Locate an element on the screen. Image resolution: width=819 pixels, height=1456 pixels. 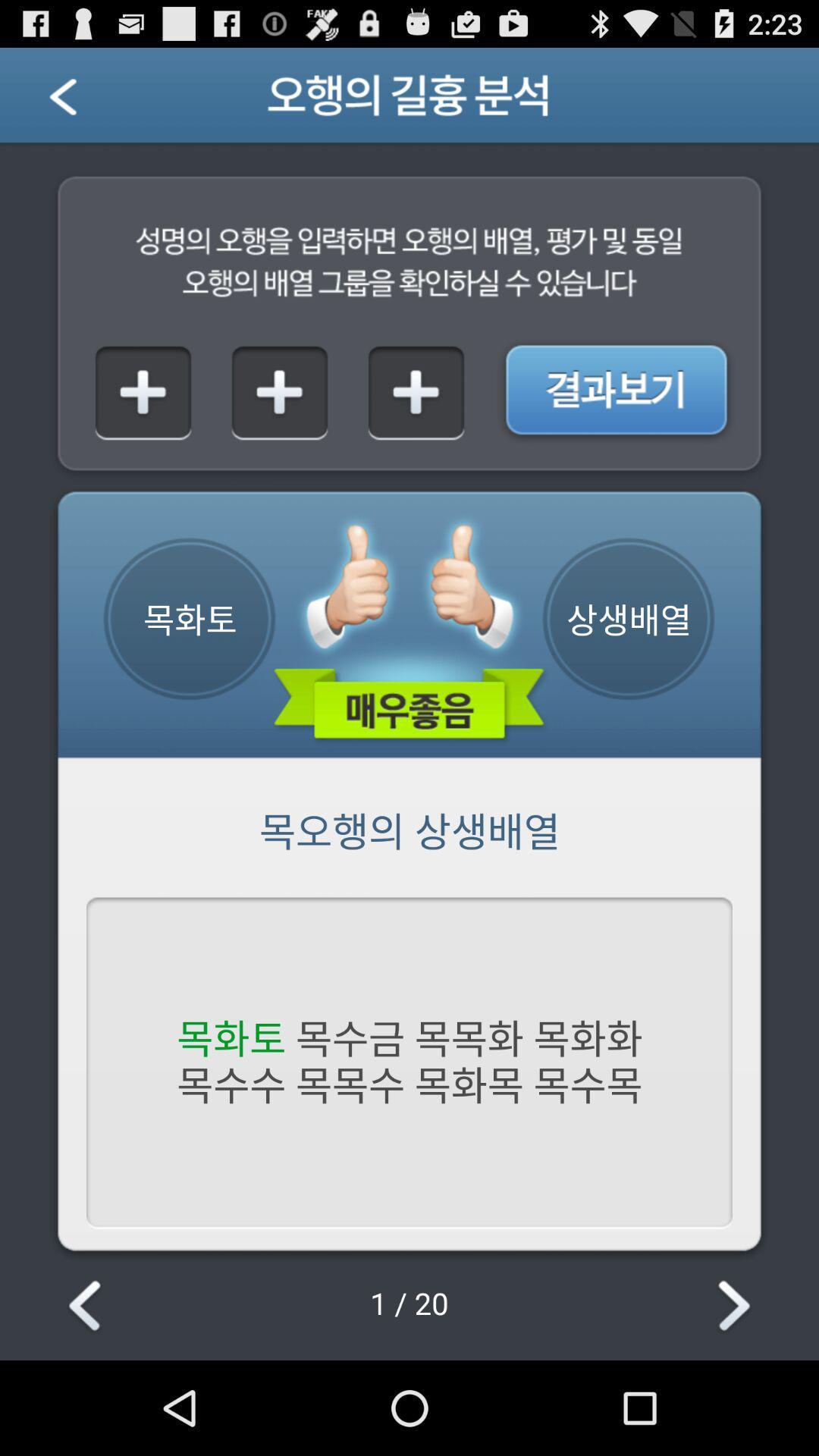
previous is located at coordinates (82, 100).